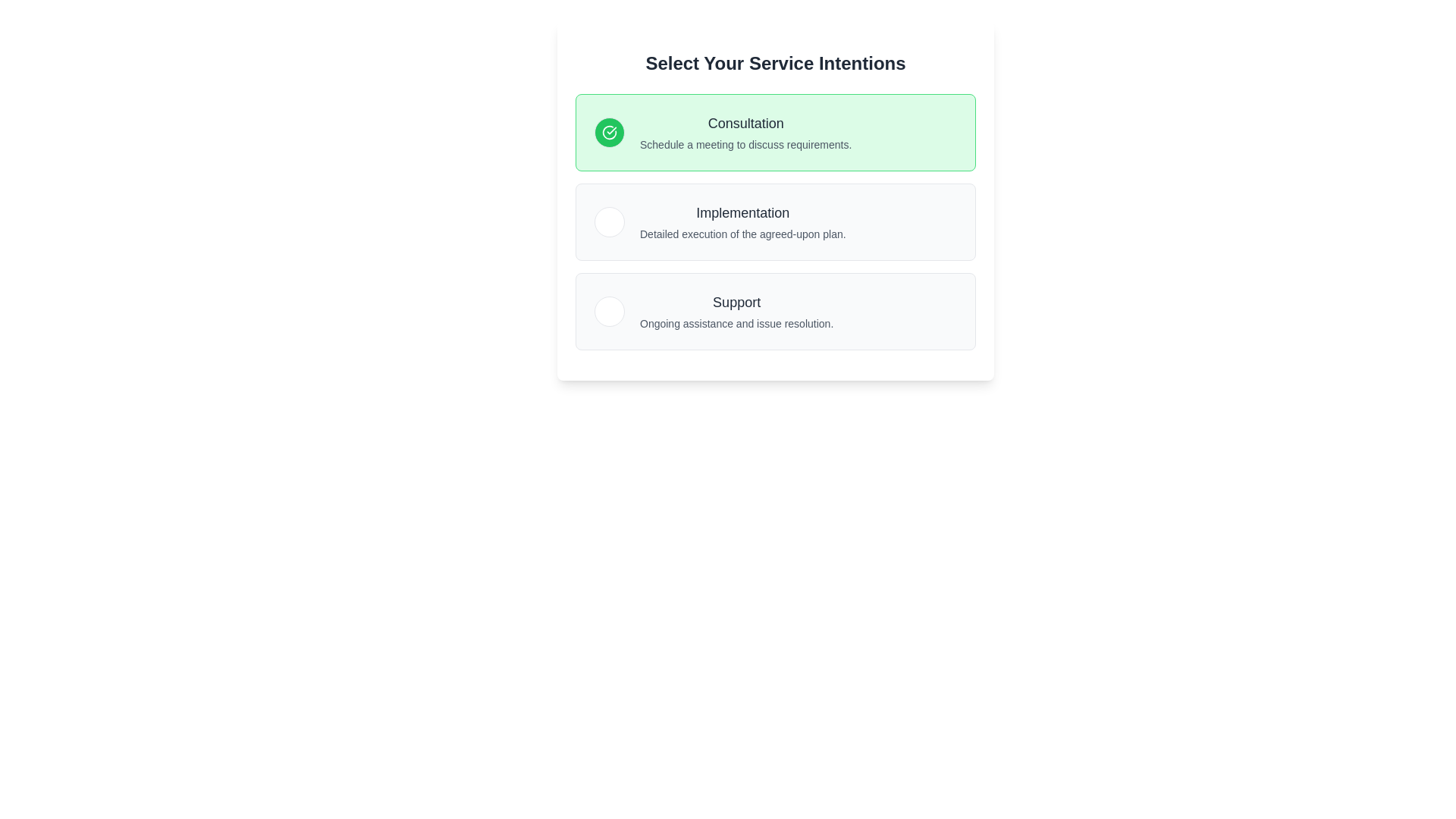 The height and width of the screenshot is (819, 1456). What do you see at coordinates (736, 302) in the screenshot?
I see `the 'Support' text label, which is a bold, medium-sized grayish-black font title in the third section of the service intentions list` at bounding box center [736, 302].